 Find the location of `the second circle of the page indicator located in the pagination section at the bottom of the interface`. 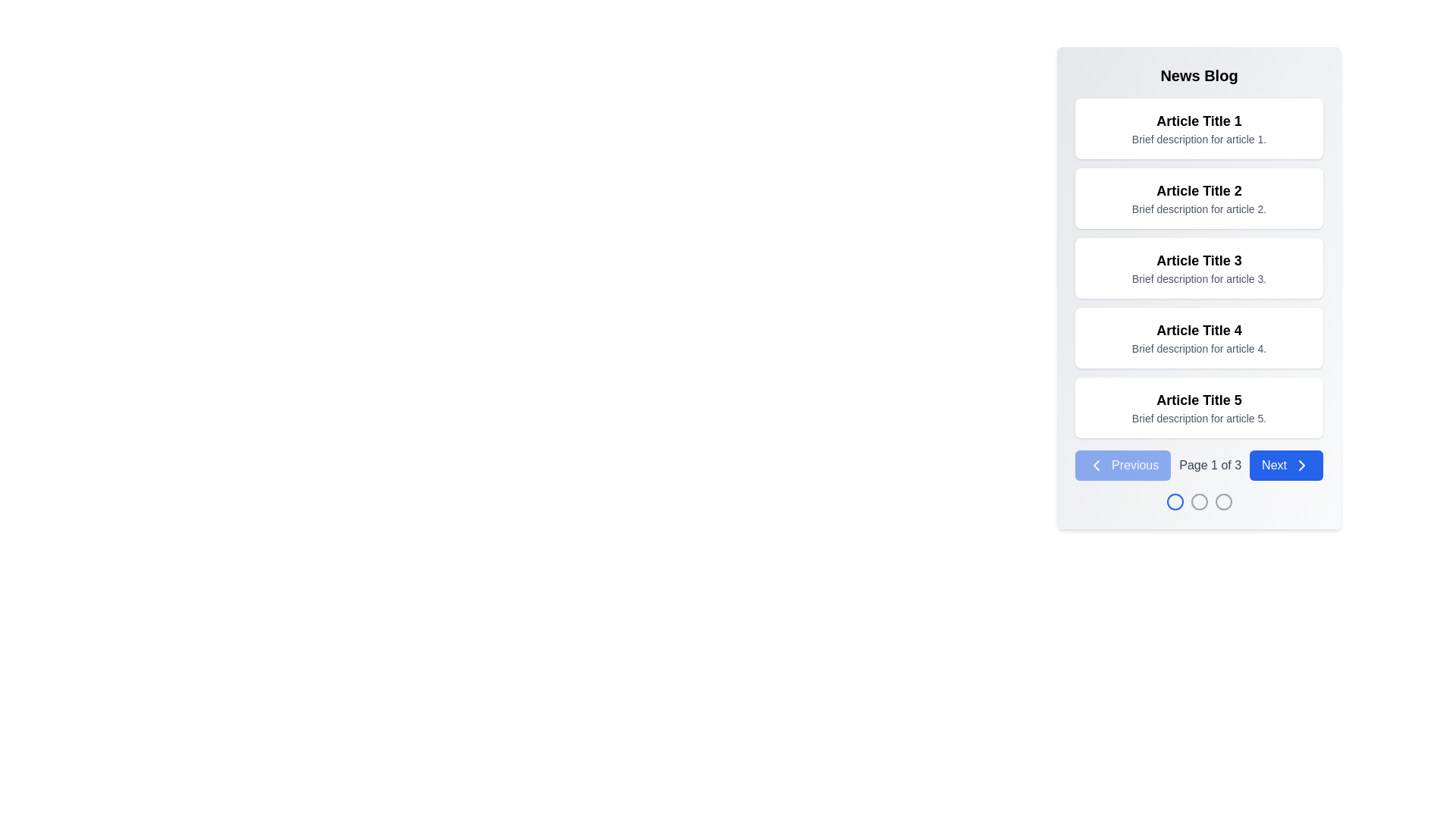

the second circle of the page indicator located in the pagination section at the bottom of the interface is located at coordinates (1198, 502).